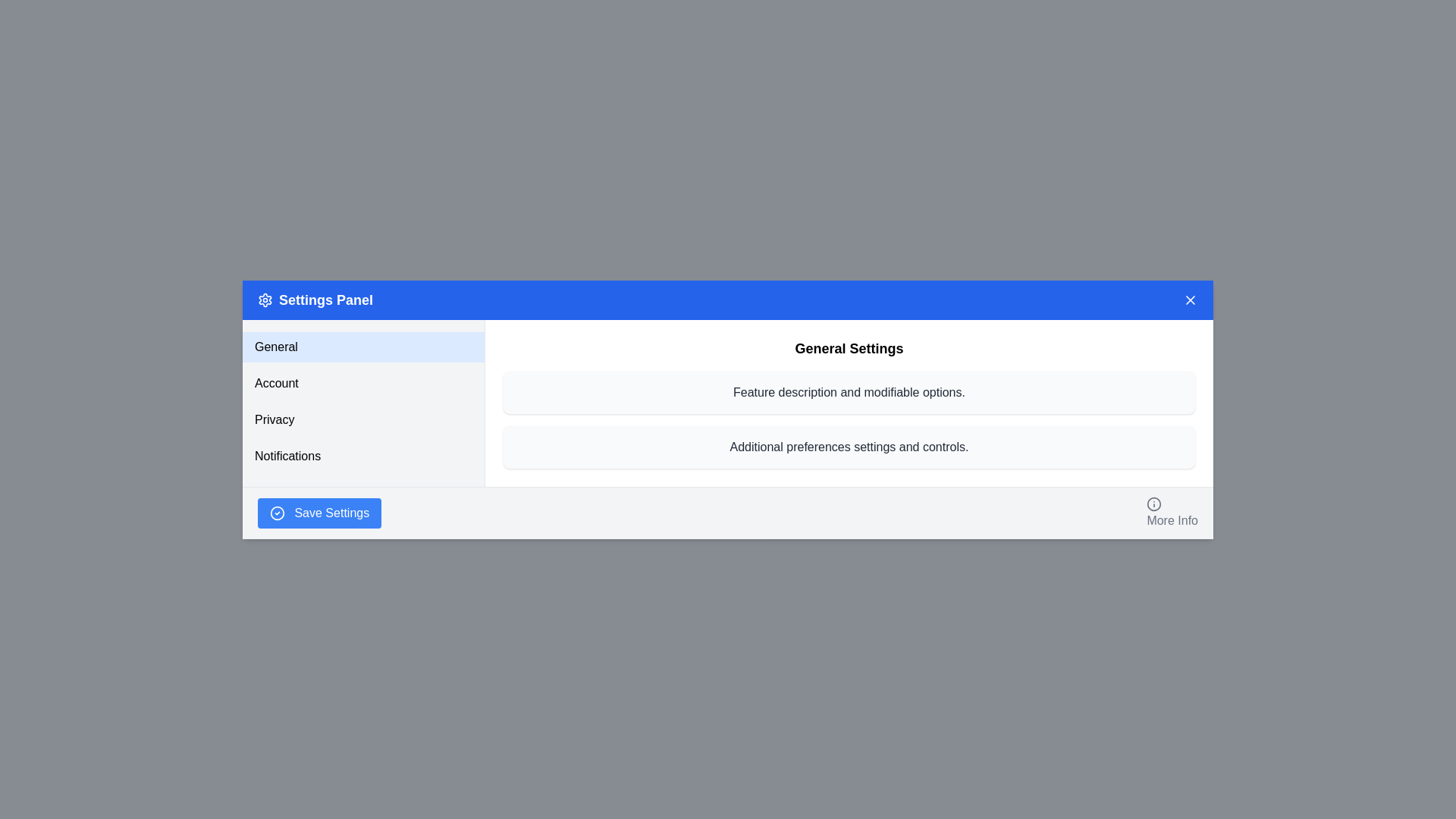 The width and height of the screenshot is (1456, 819). What do you see at coordinates (265, 299) in the screenshot?
I see `the settings icon located in the top left corner of the interface, adjacent to the 'Settings Panel' text` at bounding box center [265, 299].